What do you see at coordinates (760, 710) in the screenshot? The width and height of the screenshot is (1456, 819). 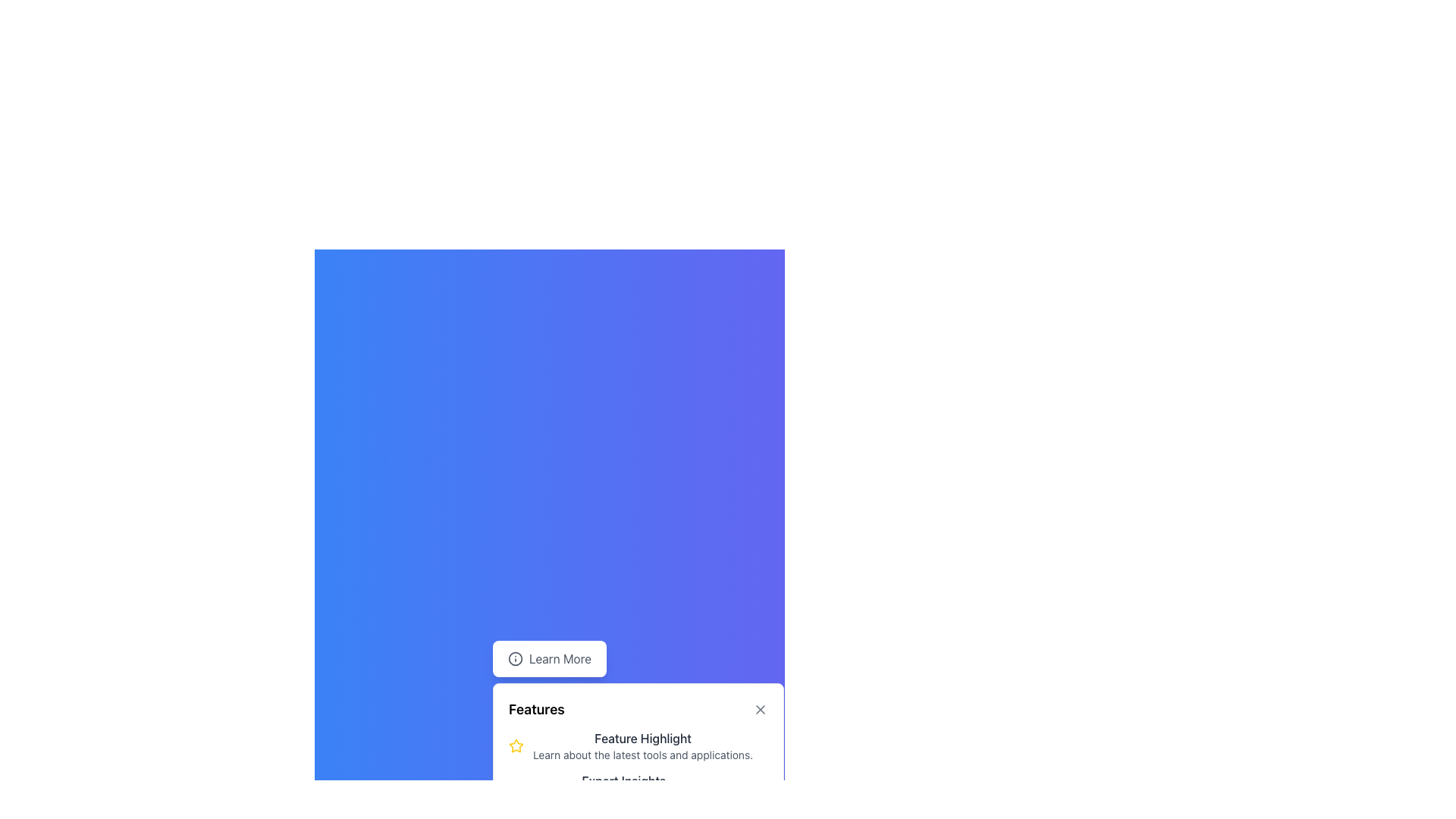 I see `the gray 'X' button located at the top-right corner of the 'Features' section` at bounding box center [760, 710].